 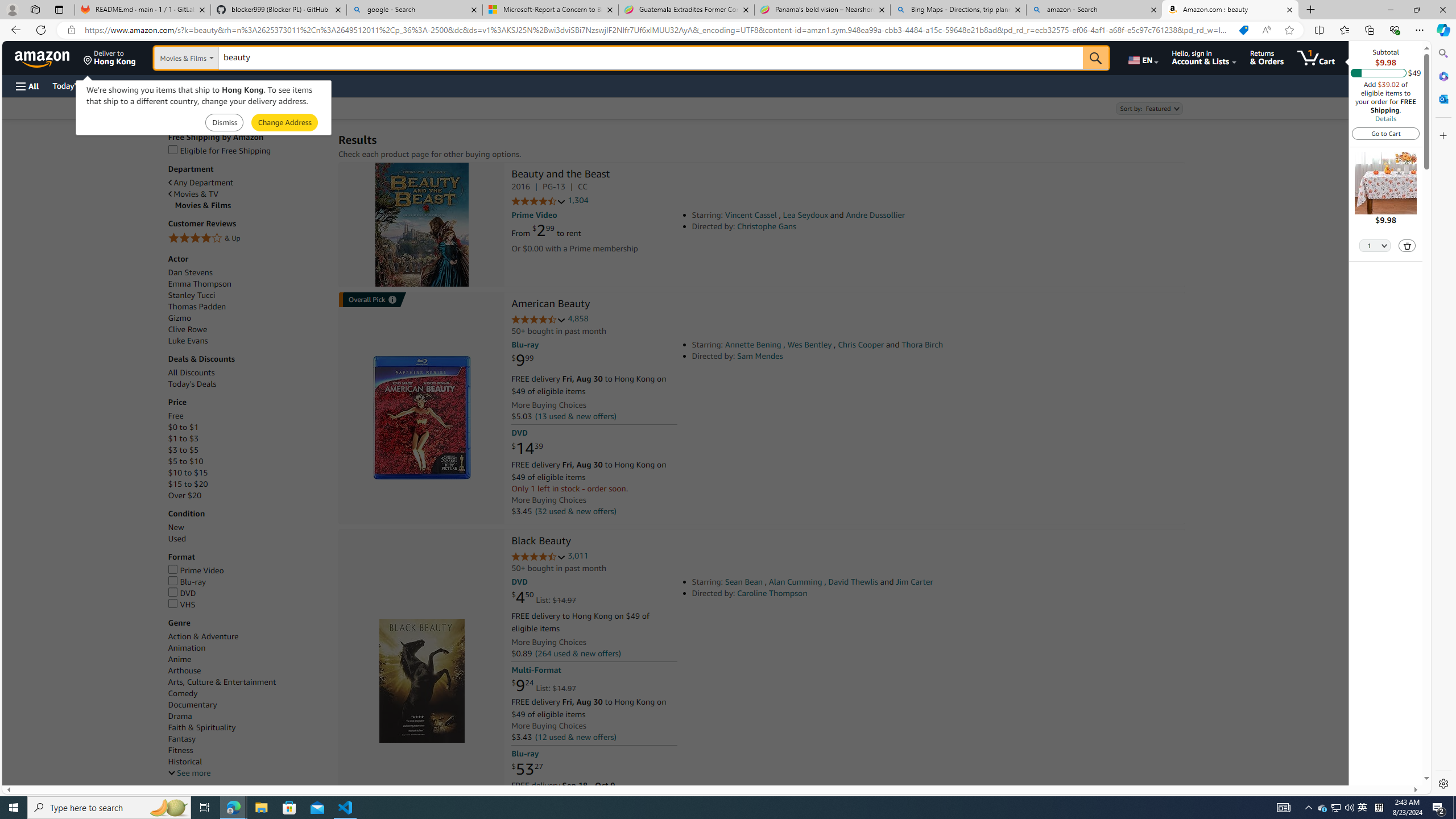 What do you see at coordinates (805, 215) in the screenshot?
I see `'Lea Seydoux'` at bounding box center [805, 215].